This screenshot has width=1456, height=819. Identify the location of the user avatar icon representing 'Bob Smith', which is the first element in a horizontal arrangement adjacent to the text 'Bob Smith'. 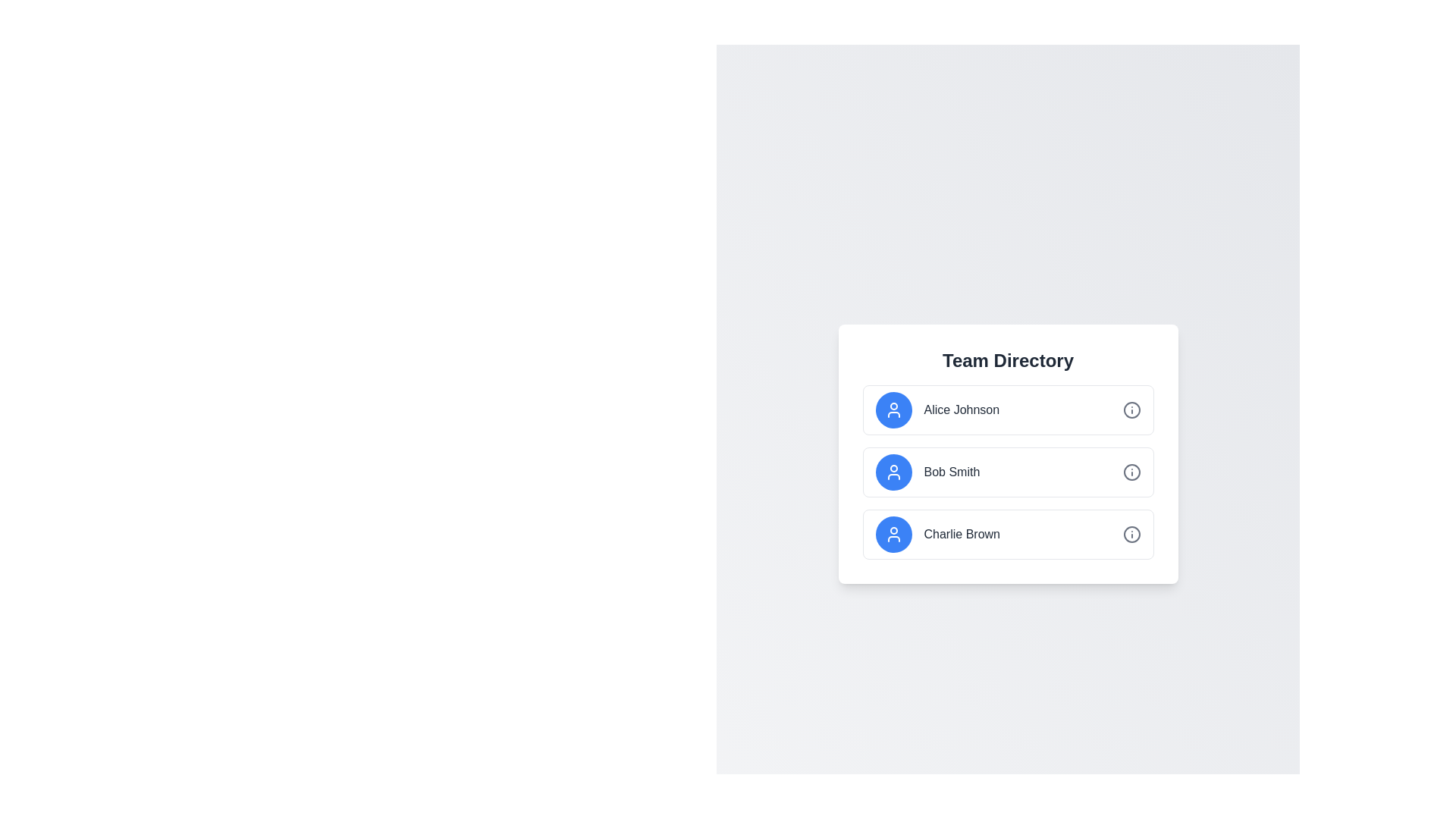
(893, 472).